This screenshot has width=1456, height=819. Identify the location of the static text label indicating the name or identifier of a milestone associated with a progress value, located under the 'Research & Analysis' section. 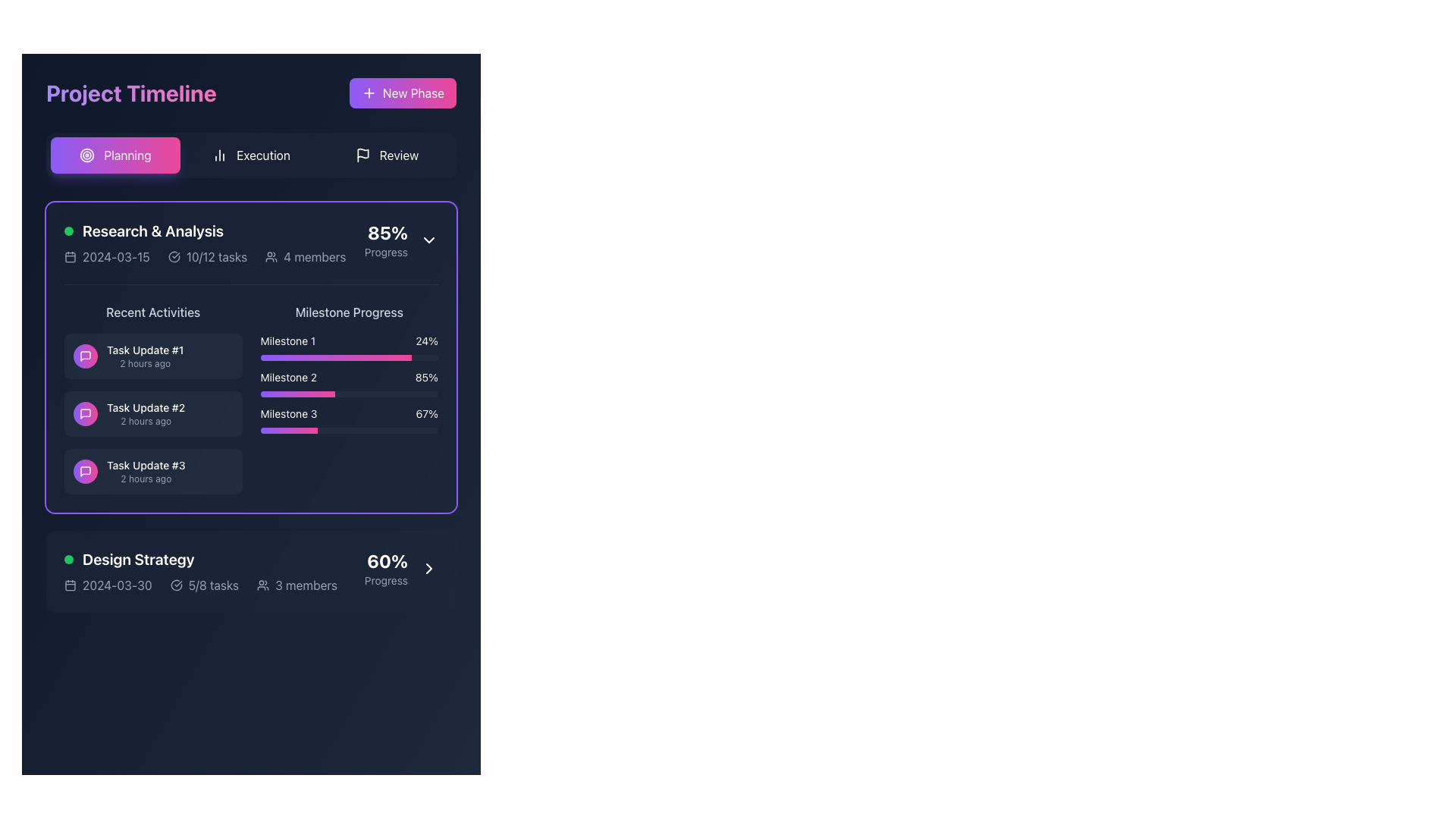
(288, 376).